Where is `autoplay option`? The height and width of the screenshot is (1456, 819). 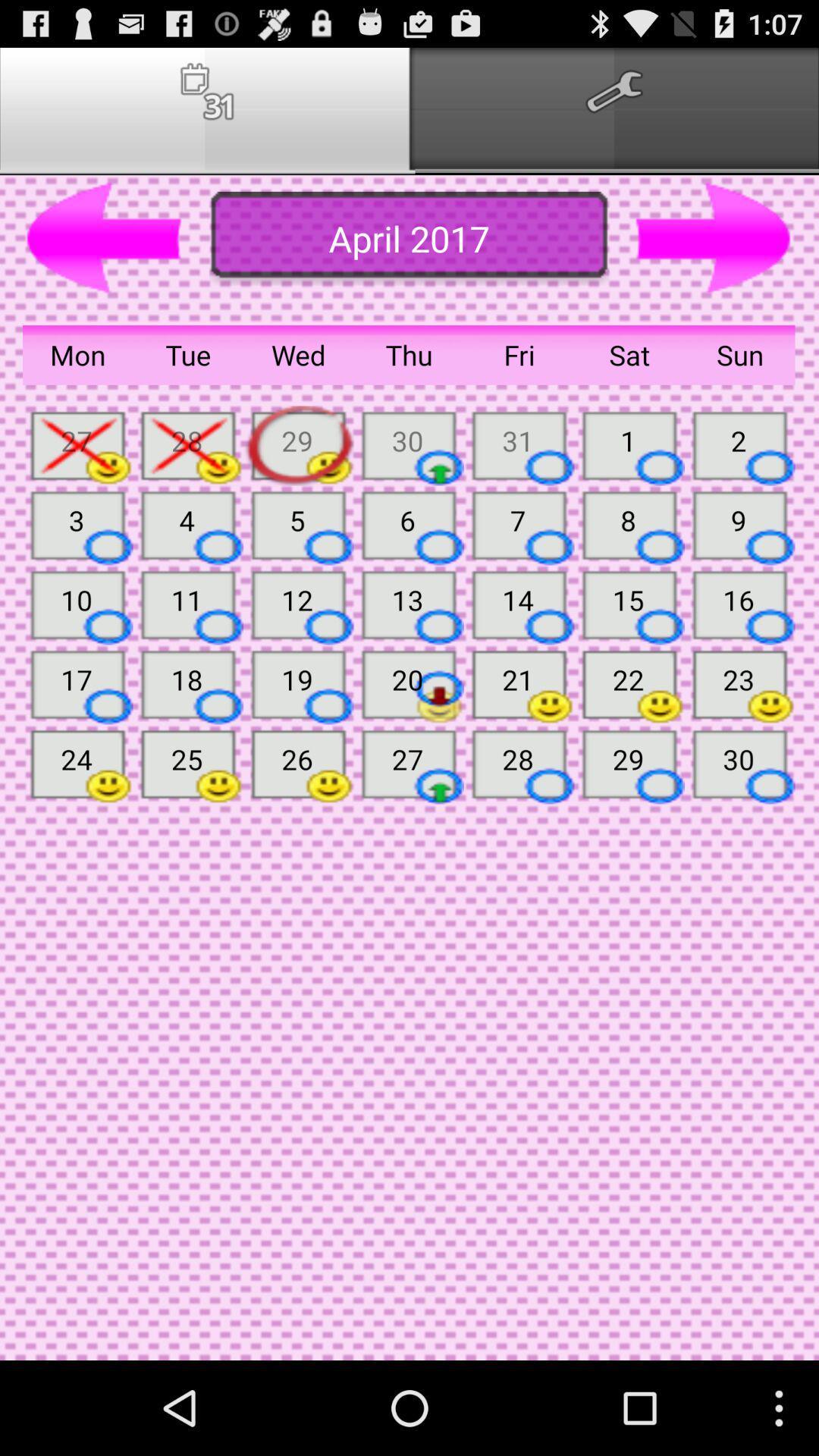
autoplay option is located at coordinates (714, 238).